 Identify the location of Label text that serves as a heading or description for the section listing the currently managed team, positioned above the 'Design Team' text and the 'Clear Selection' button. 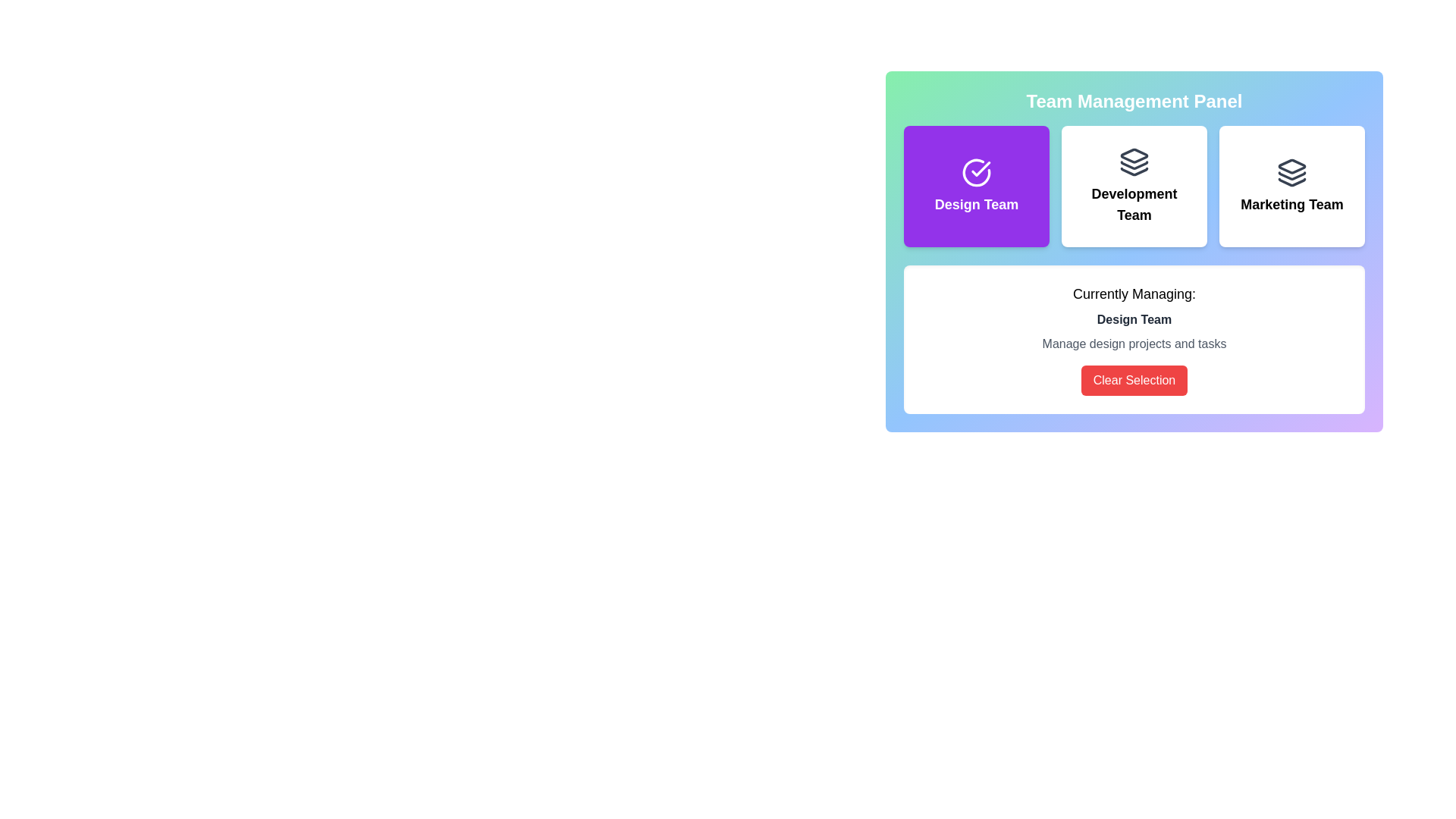
(1134, 294).